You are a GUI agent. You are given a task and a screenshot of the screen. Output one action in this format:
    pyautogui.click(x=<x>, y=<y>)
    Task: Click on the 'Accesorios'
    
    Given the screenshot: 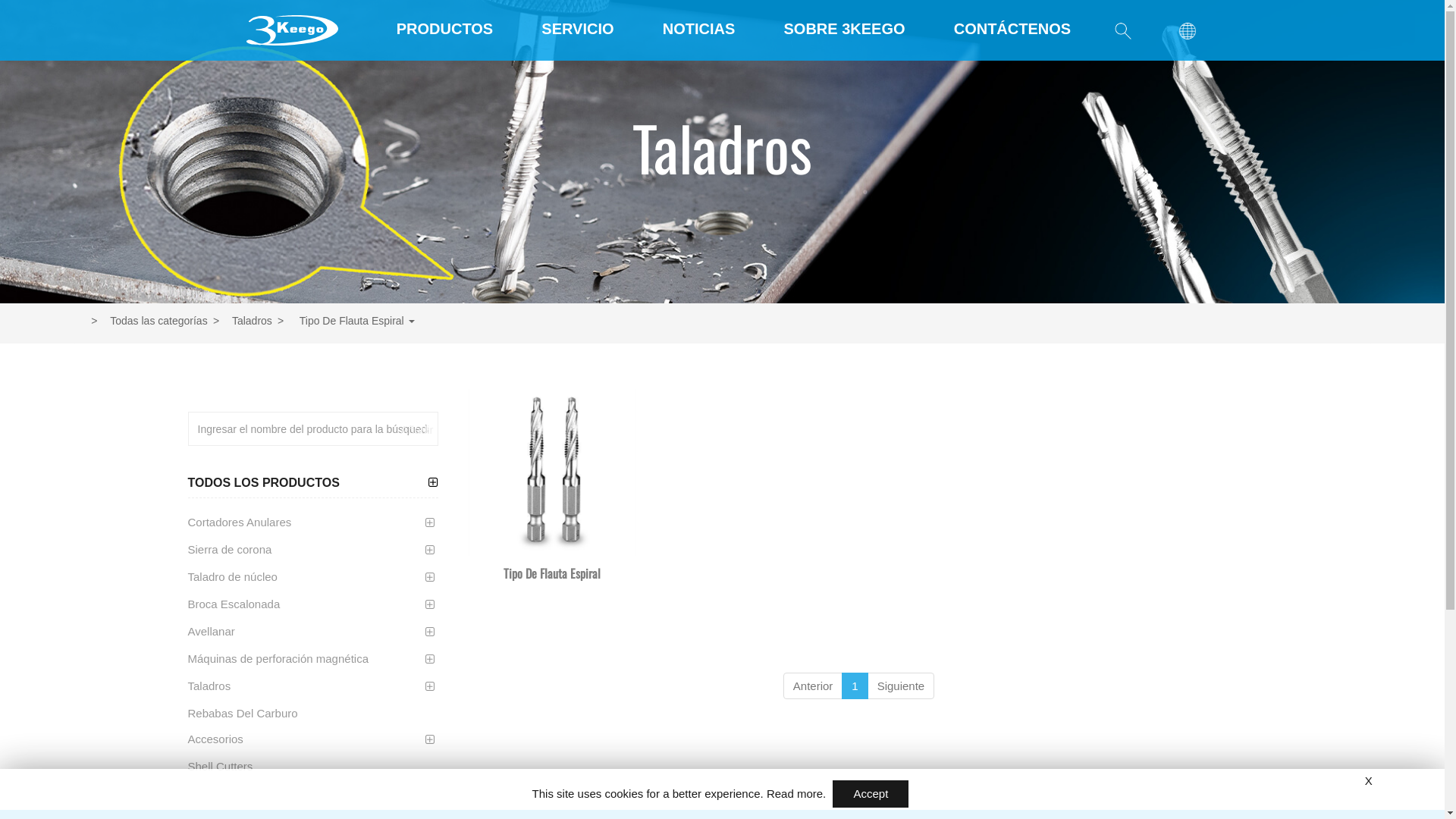 What is the action you would take?
    pyautogui.click(x=187, y=739)
    